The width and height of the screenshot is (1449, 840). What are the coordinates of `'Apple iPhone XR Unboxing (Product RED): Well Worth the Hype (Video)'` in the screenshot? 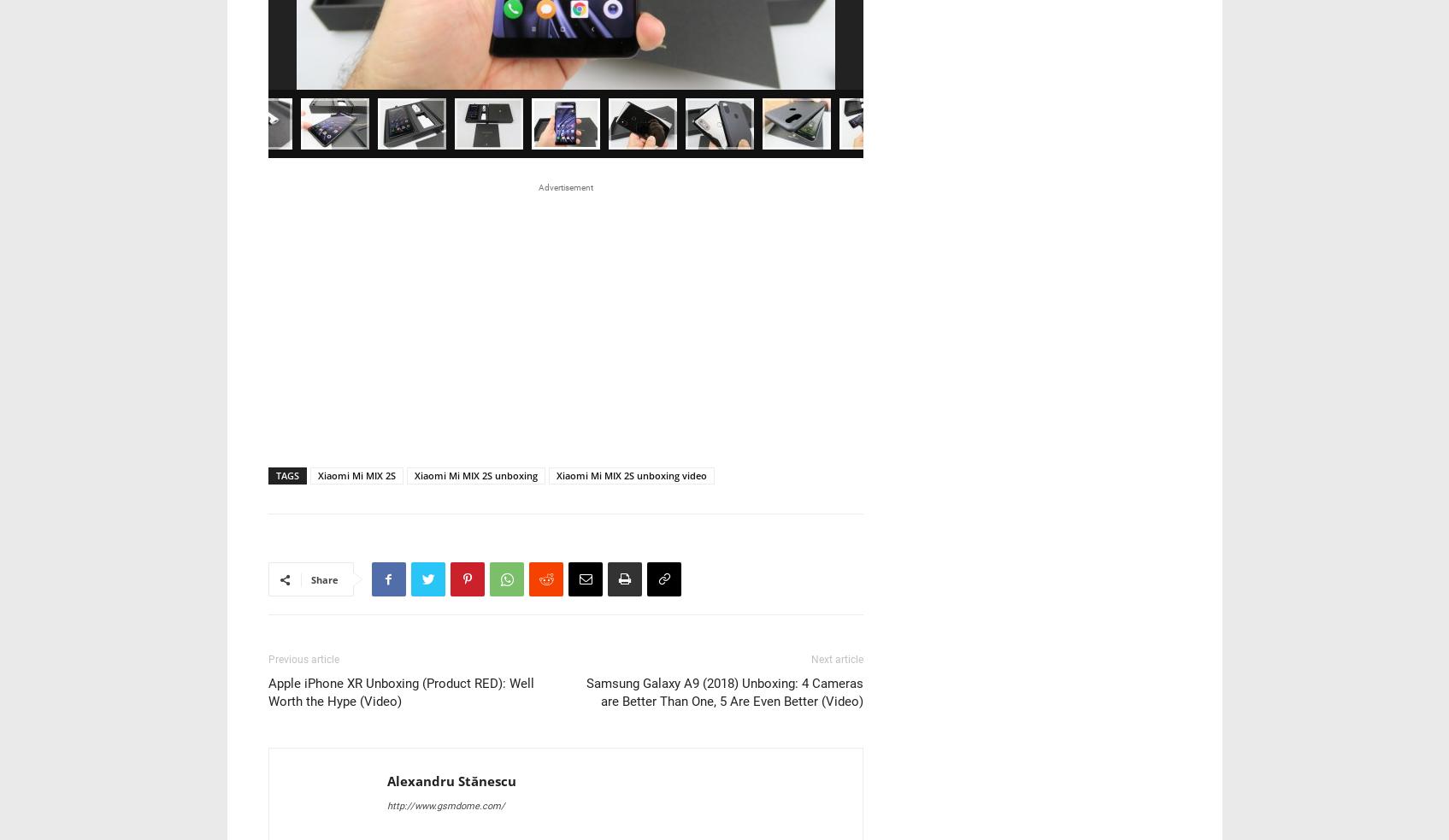 It's located at (399, 457).